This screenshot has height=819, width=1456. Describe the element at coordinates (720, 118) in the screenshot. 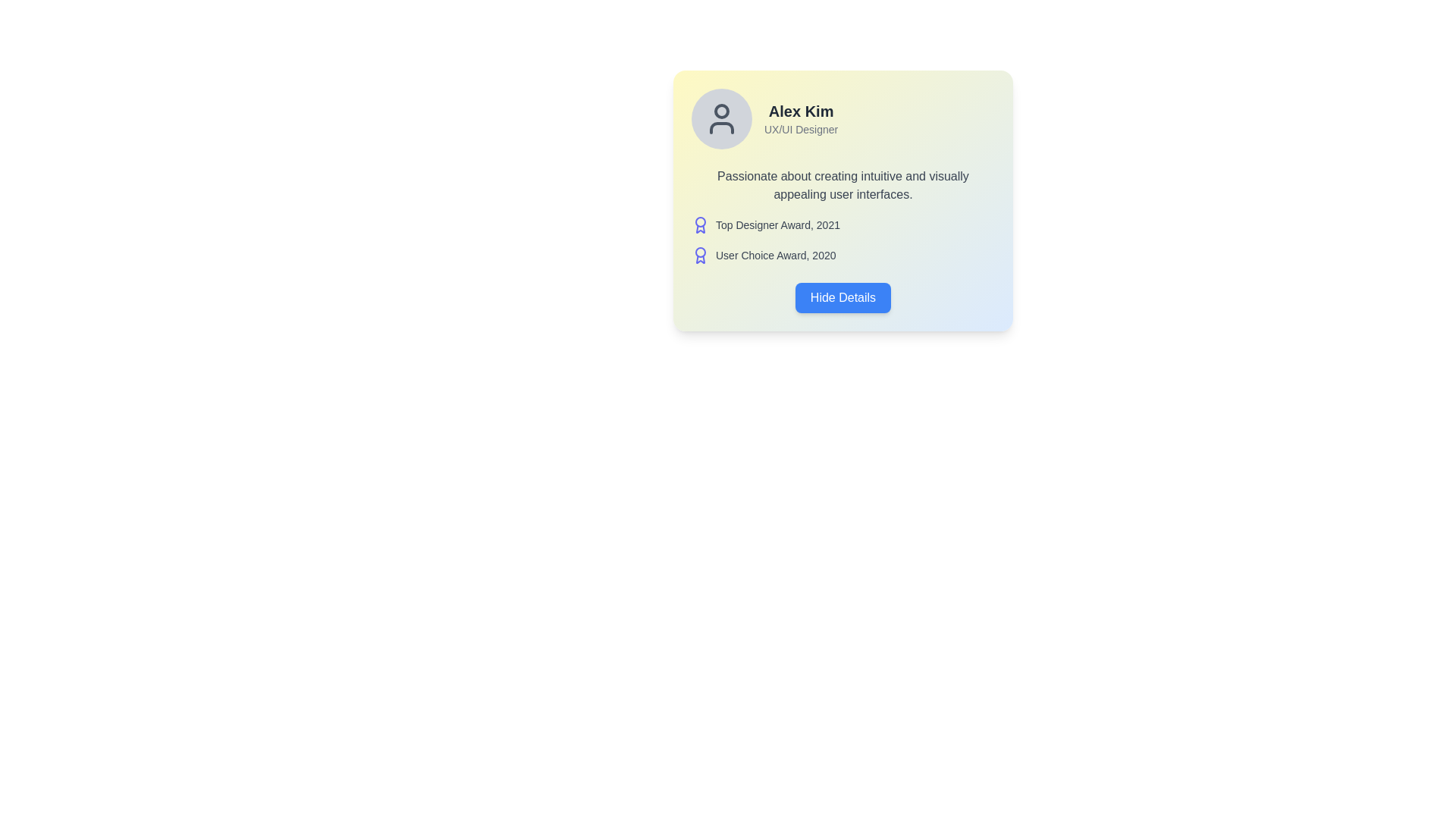

I see `the user profile icon located in the top-left section of the rectangular card` at that location.